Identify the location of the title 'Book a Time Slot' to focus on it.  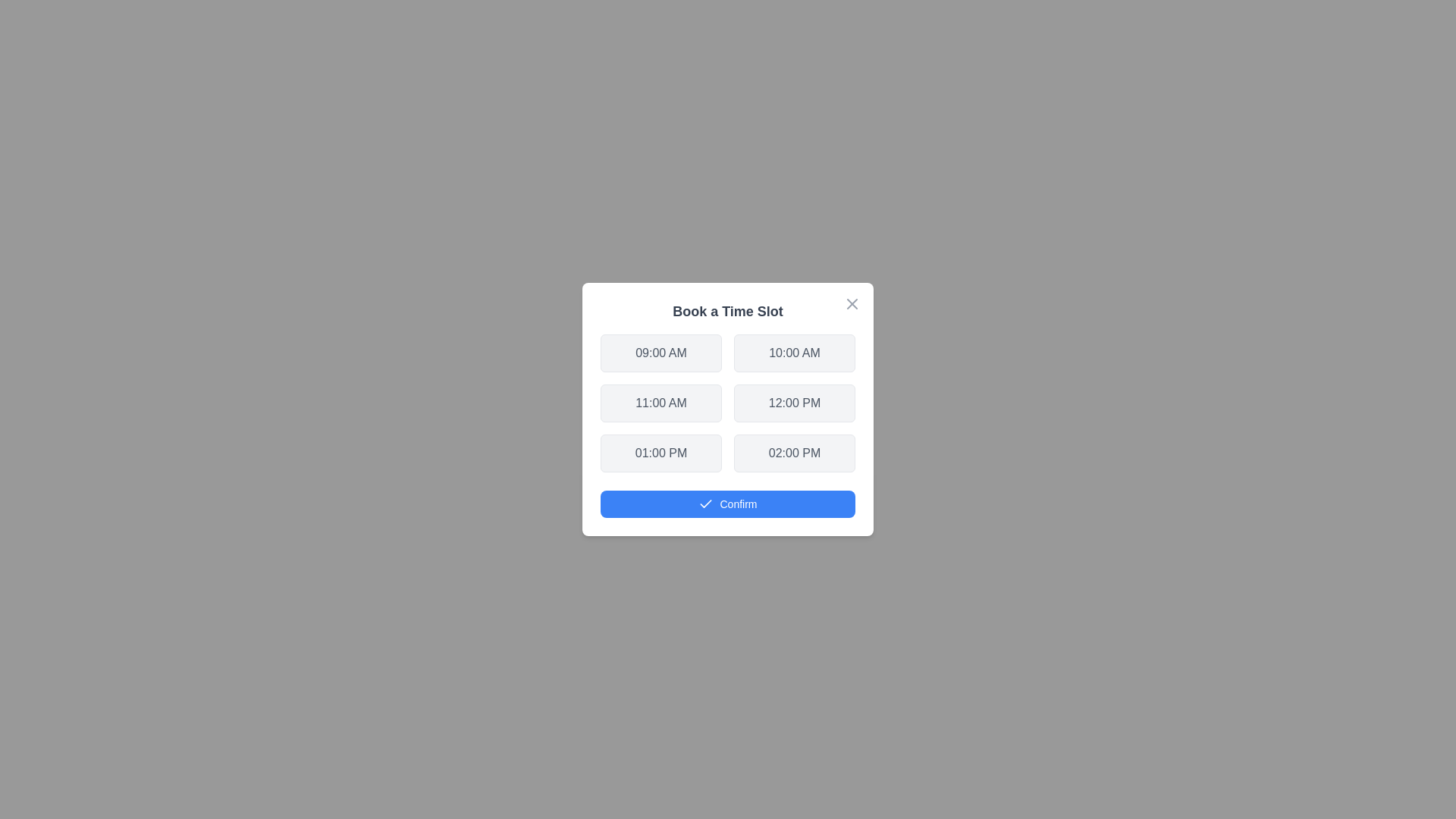
(728, 311).